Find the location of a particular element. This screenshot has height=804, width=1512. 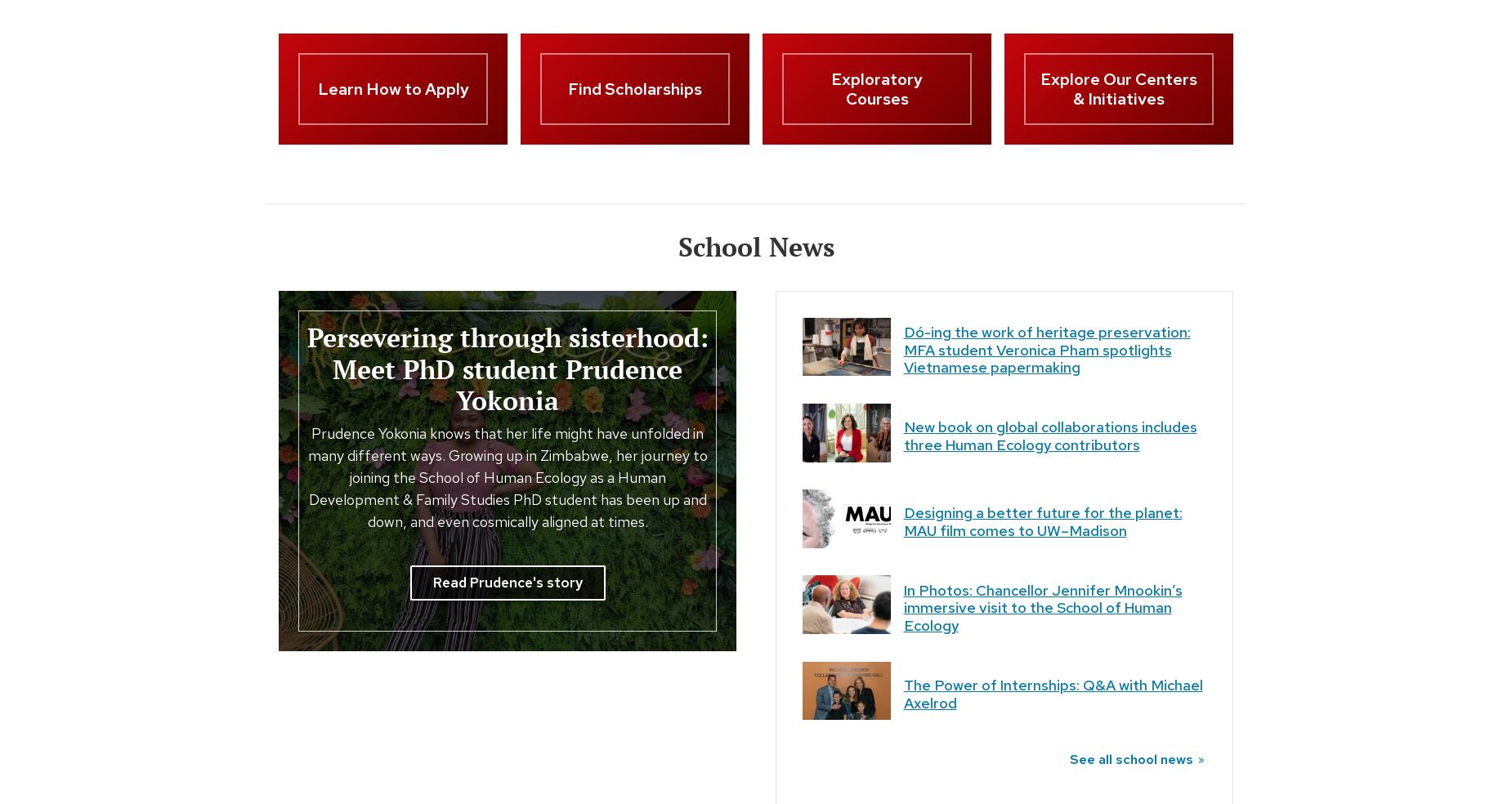

'Find Scholarships' is located at coordinates (635, 88).